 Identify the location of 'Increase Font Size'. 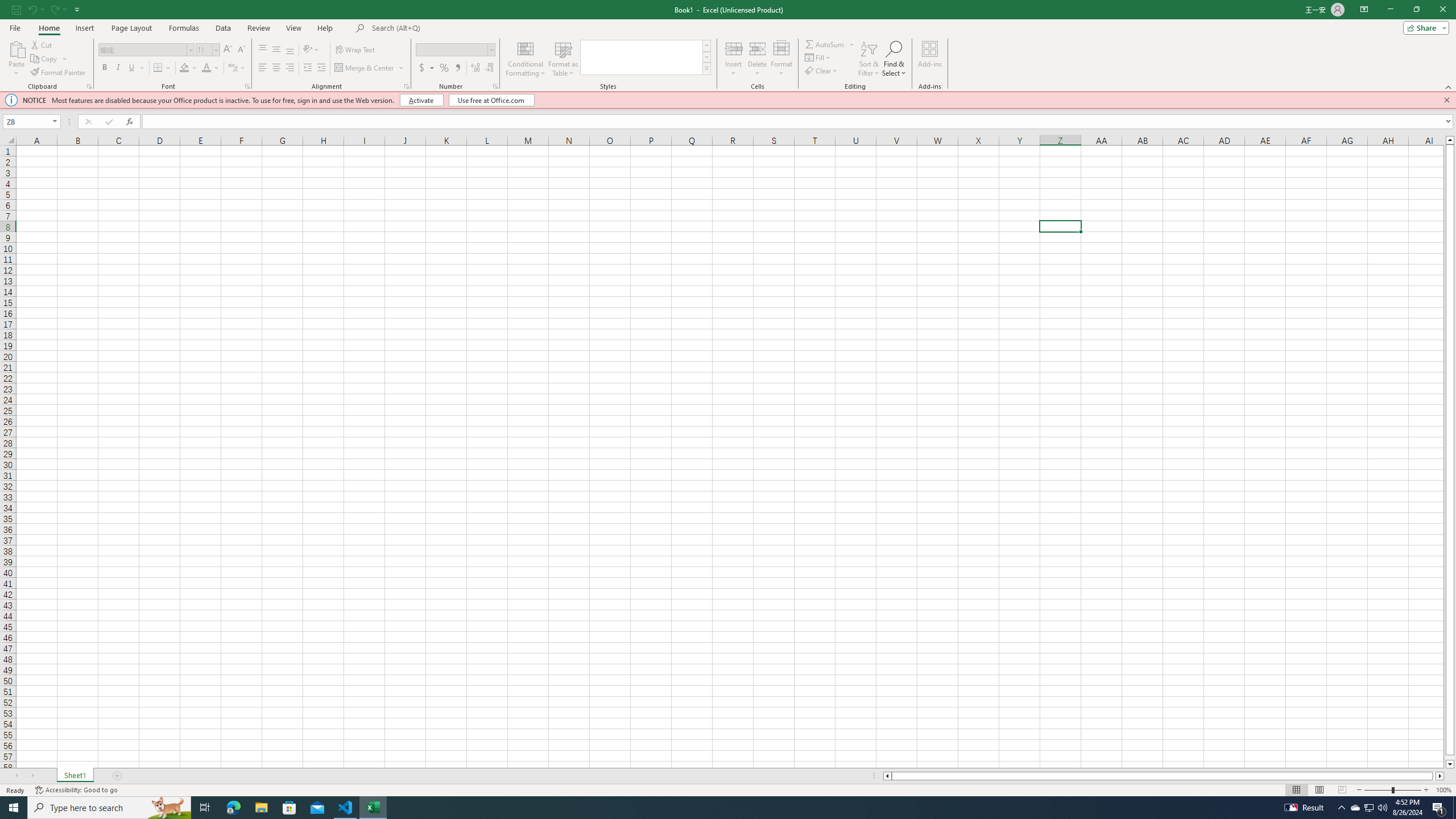
(227, 49).